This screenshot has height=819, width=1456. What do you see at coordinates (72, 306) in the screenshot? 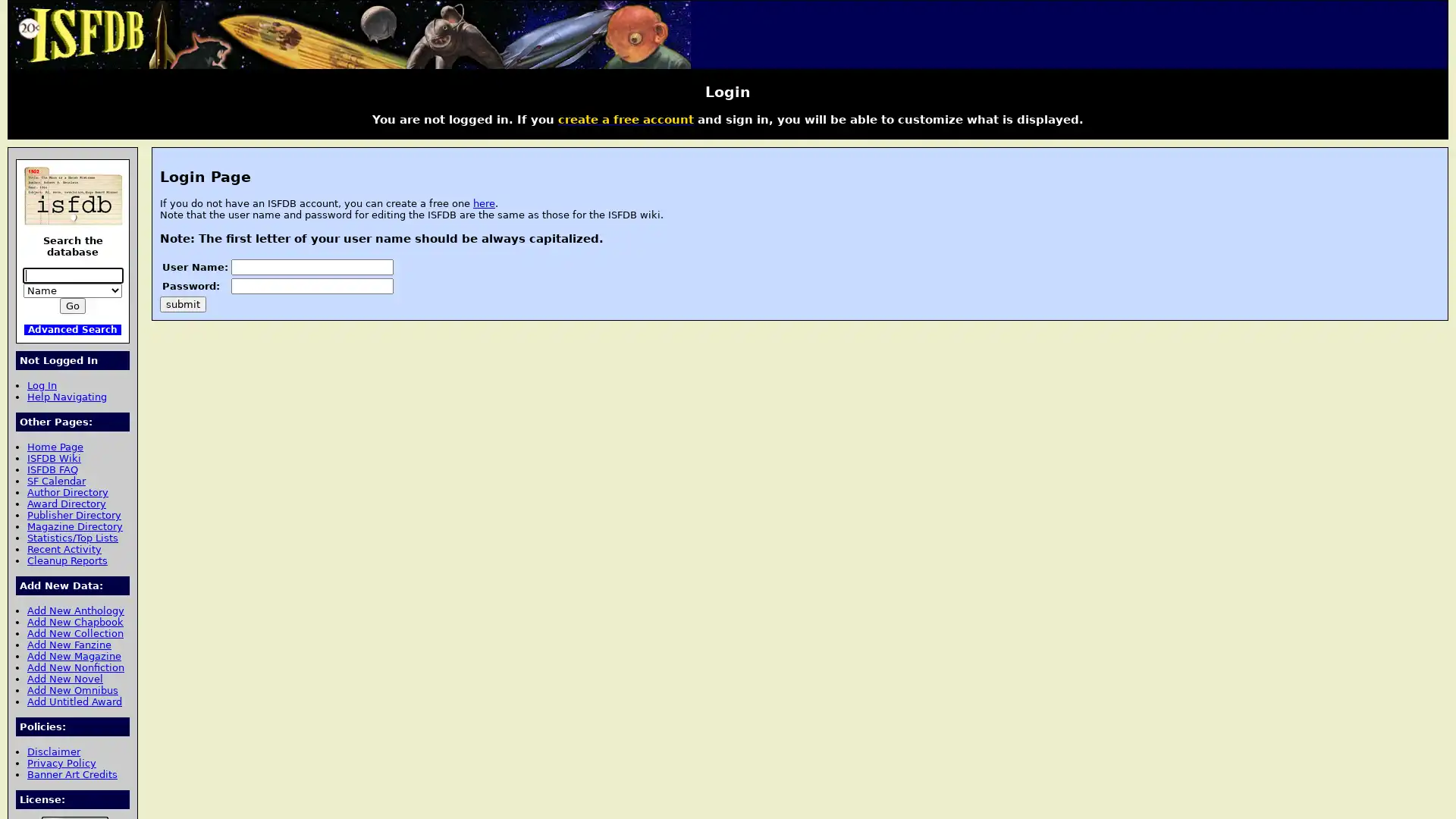
I see `Go` at bounding box center [72, 306].